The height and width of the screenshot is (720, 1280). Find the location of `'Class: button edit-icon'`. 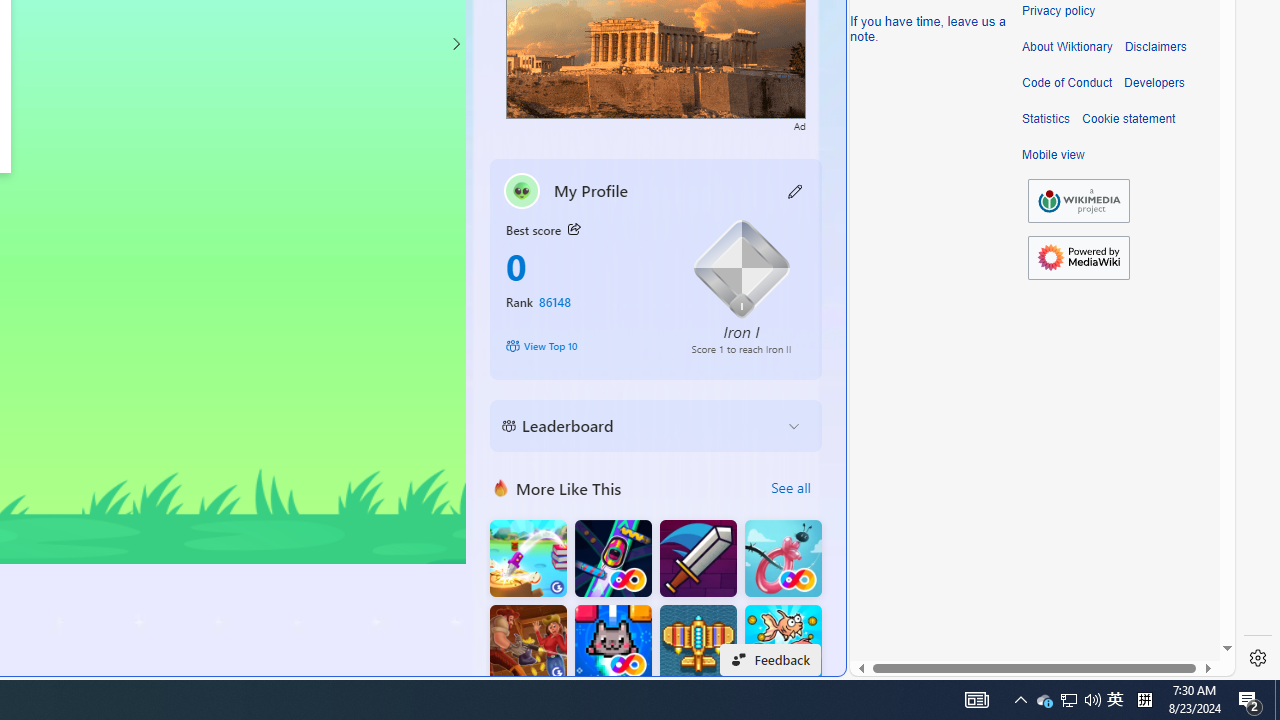

'Class: button edit-icon' is located at coordinates (795, 190).